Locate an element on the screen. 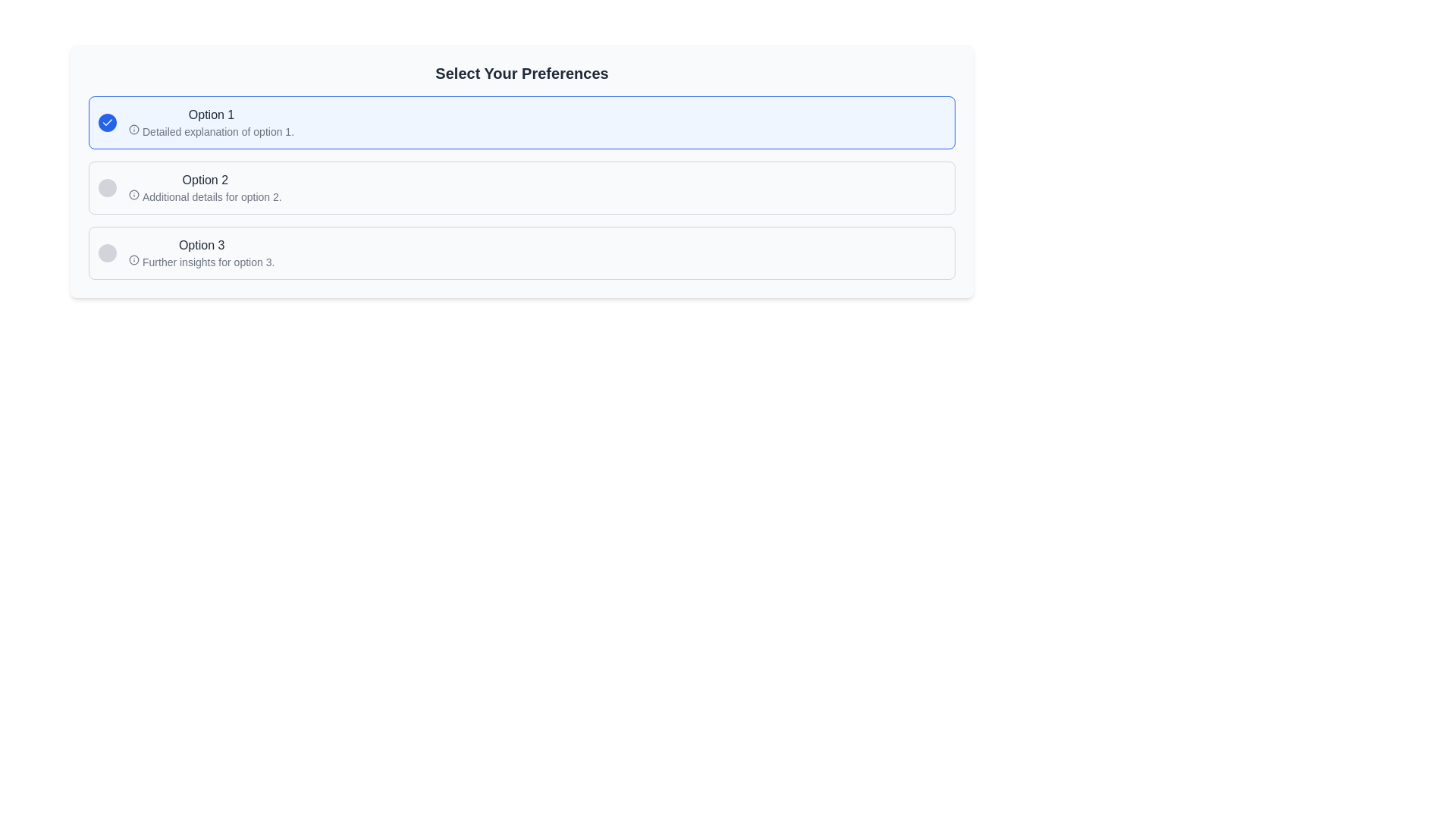 Image resolution: width=1456 pixels, height=819 pixels. the icon of the third choice in the 'Select Your Preferences' list is located at coordinates (201, 253).